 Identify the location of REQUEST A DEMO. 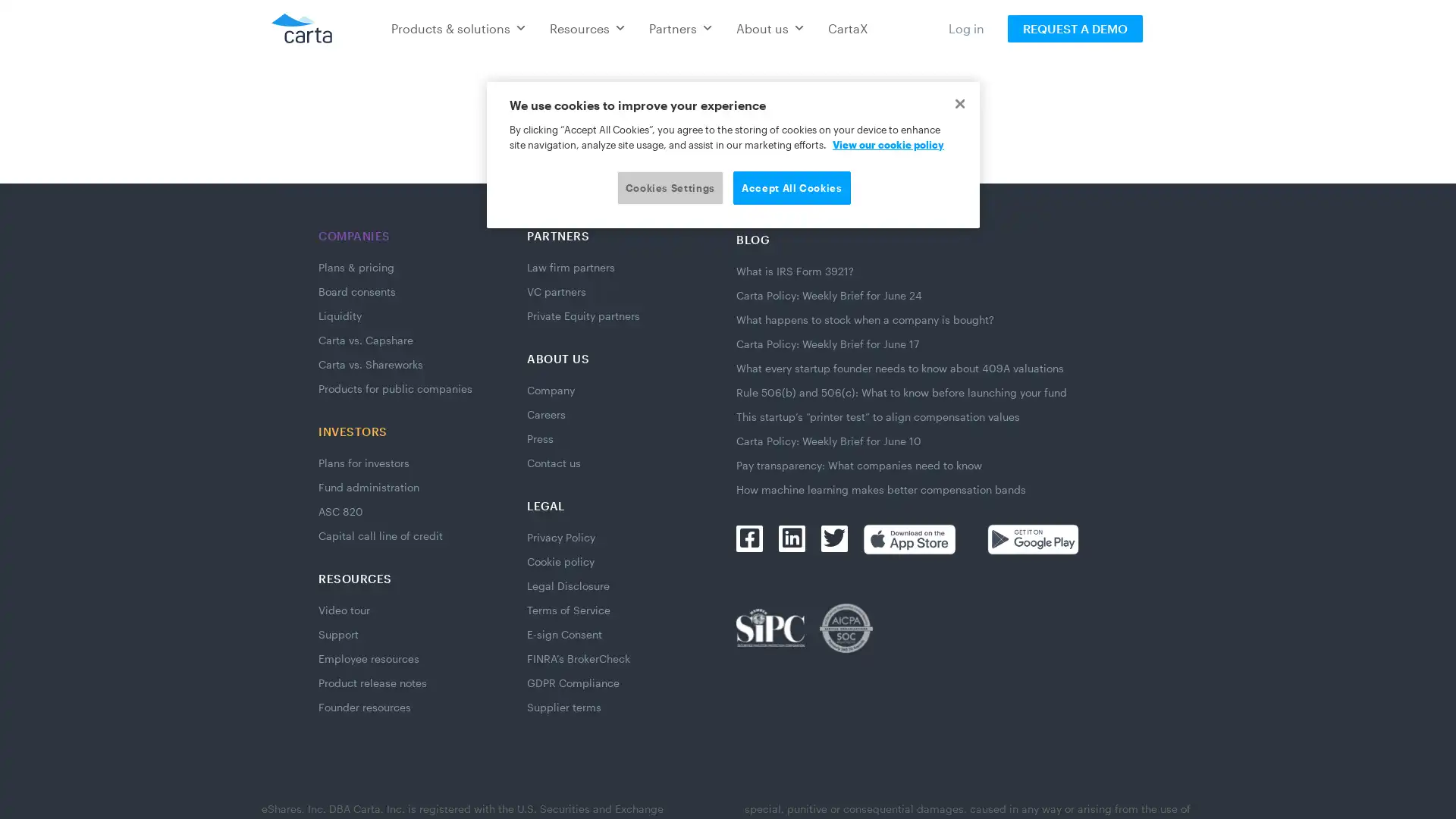
(1074, 28).